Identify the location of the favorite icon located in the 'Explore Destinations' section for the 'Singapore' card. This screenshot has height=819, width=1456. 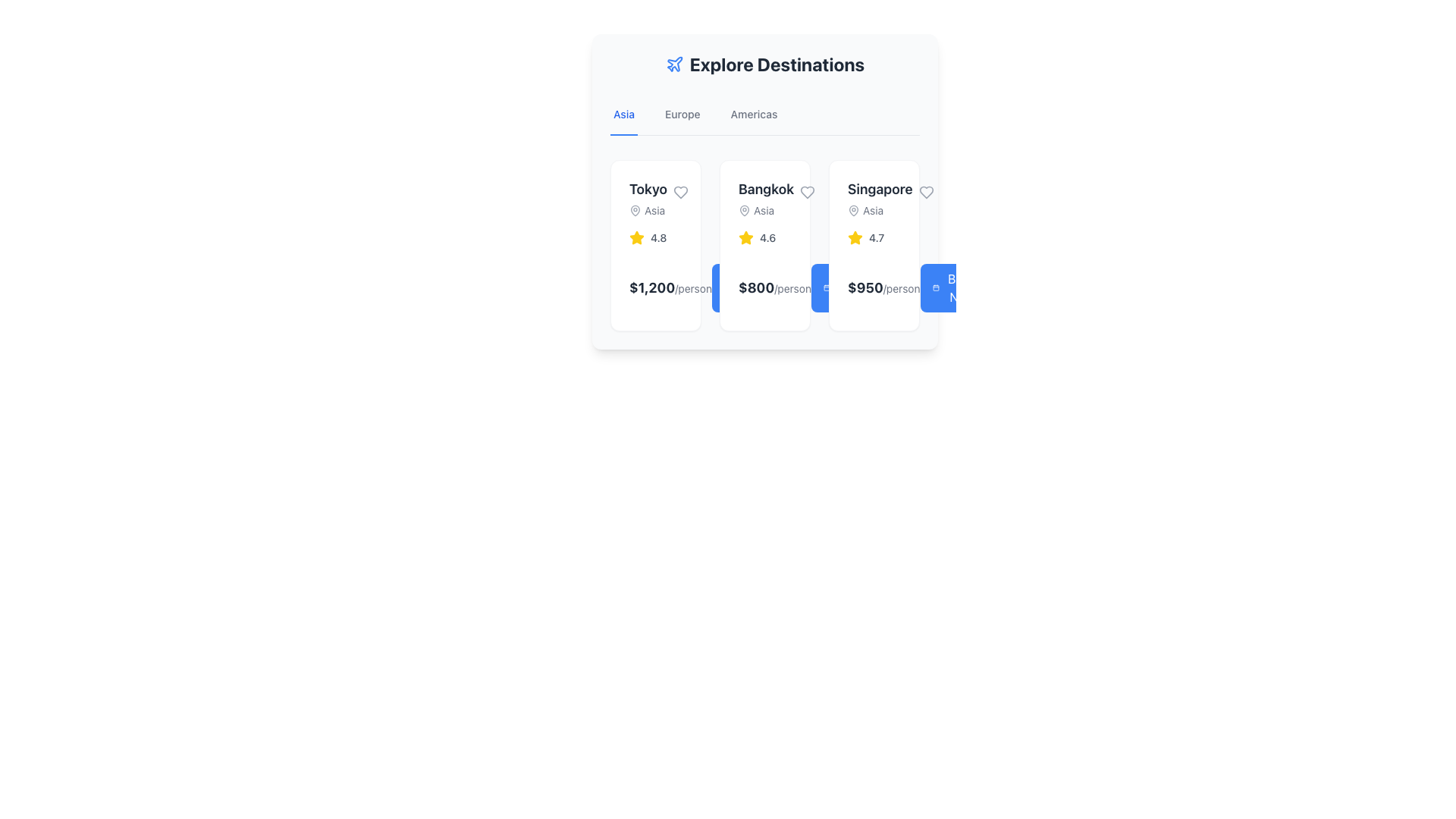
(925, 192).